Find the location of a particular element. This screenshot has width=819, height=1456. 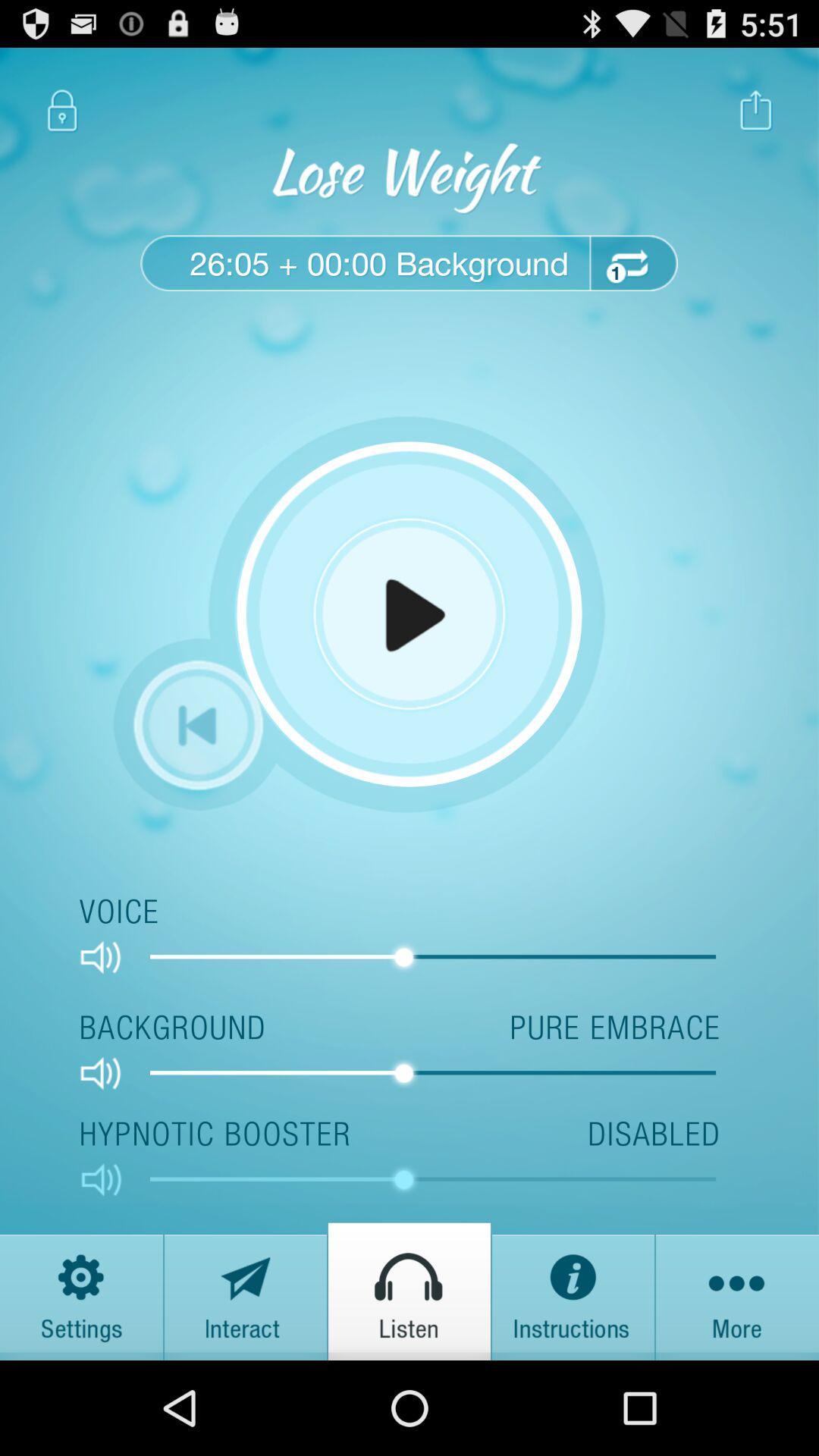

the launch icon is located at coordinates (756, 118).